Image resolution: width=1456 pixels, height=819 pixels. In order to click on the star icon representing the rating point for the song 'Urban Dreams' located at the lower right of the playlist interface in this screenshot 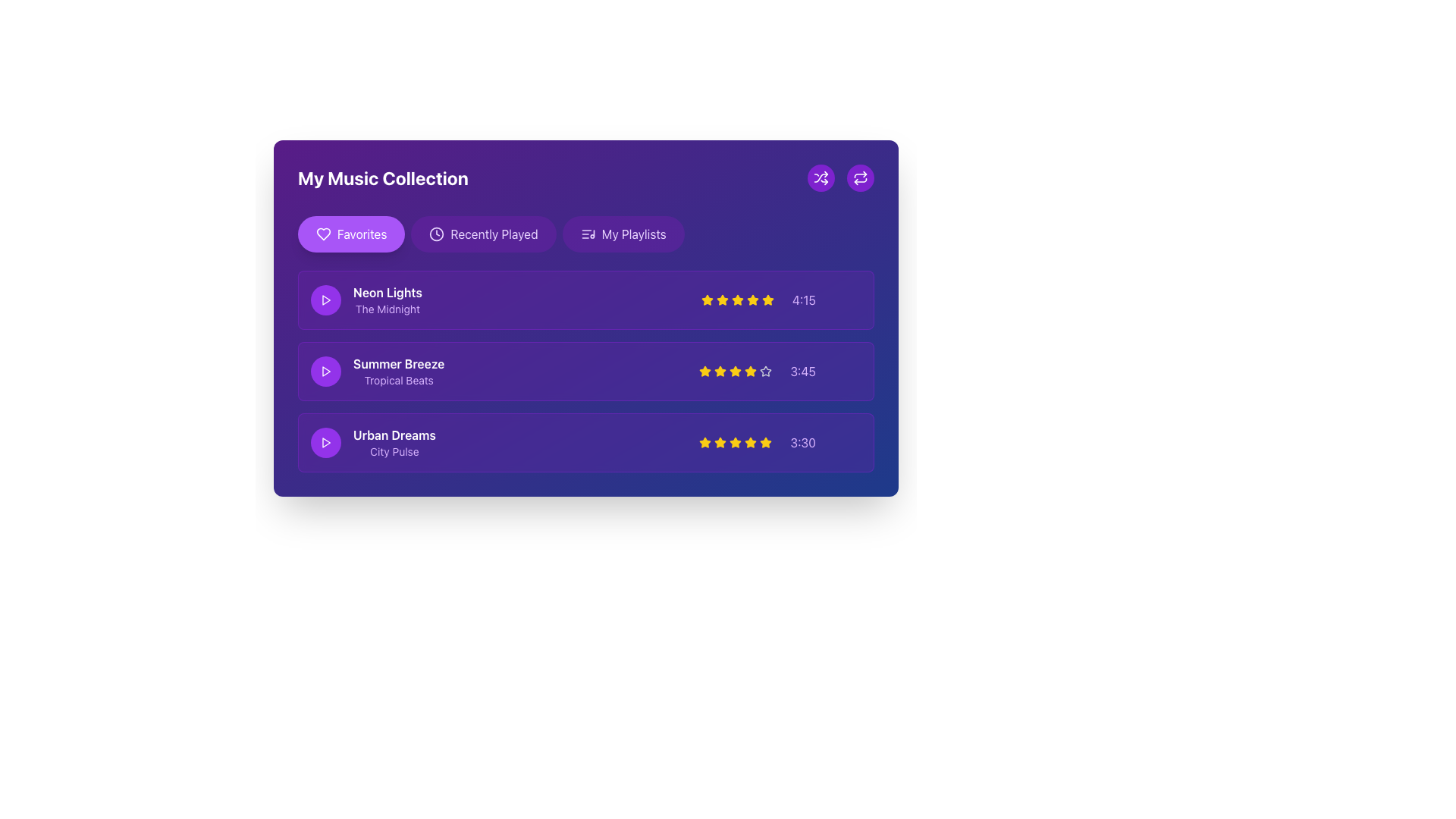, I will do `click(765, 441)`.